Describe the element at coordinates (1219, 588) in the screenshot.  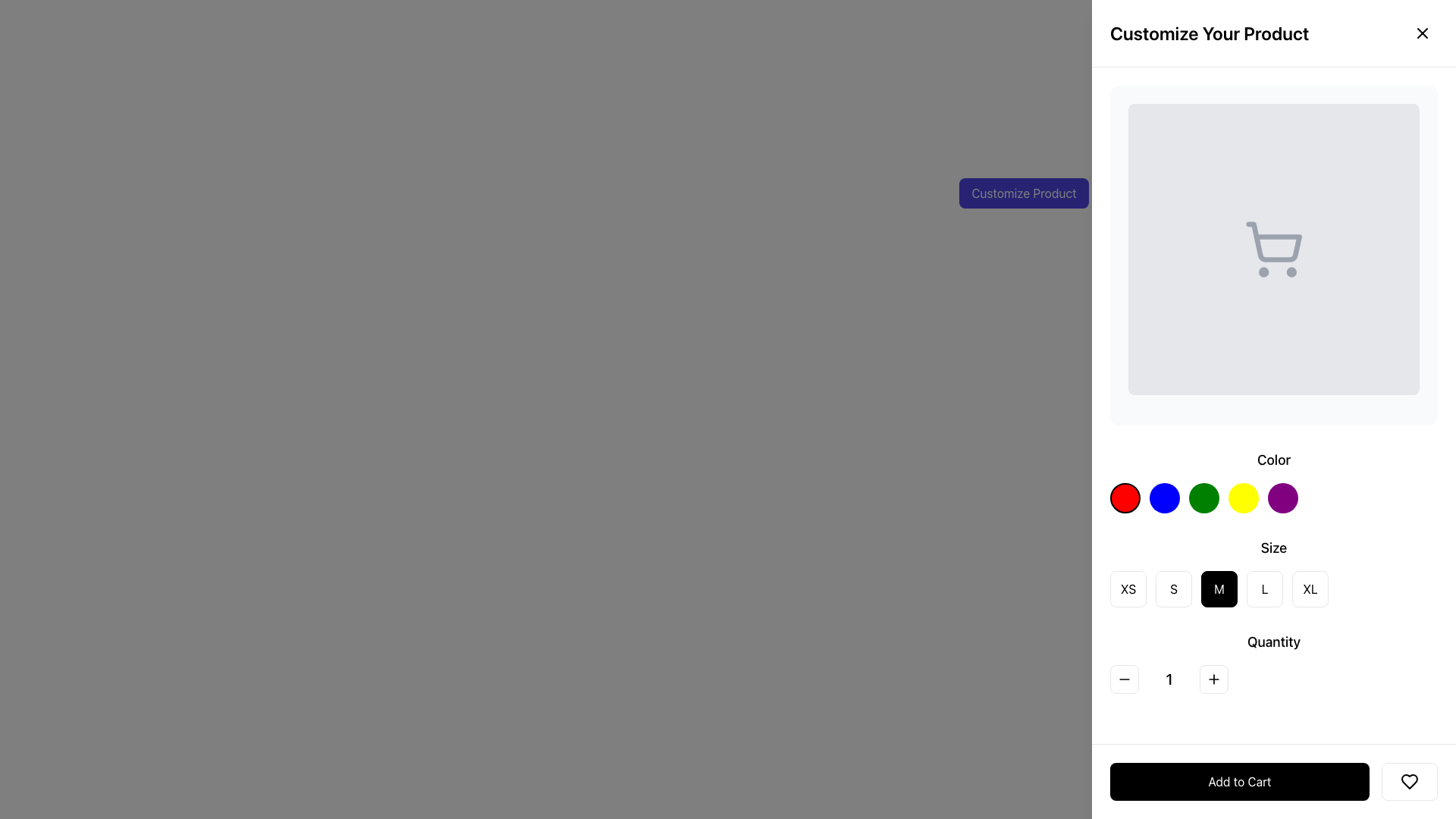
I see `the 'M' size button, which is a square button with rounded corners, black background, and white text, located between the 'S' and 'L' size buttons` at that location.